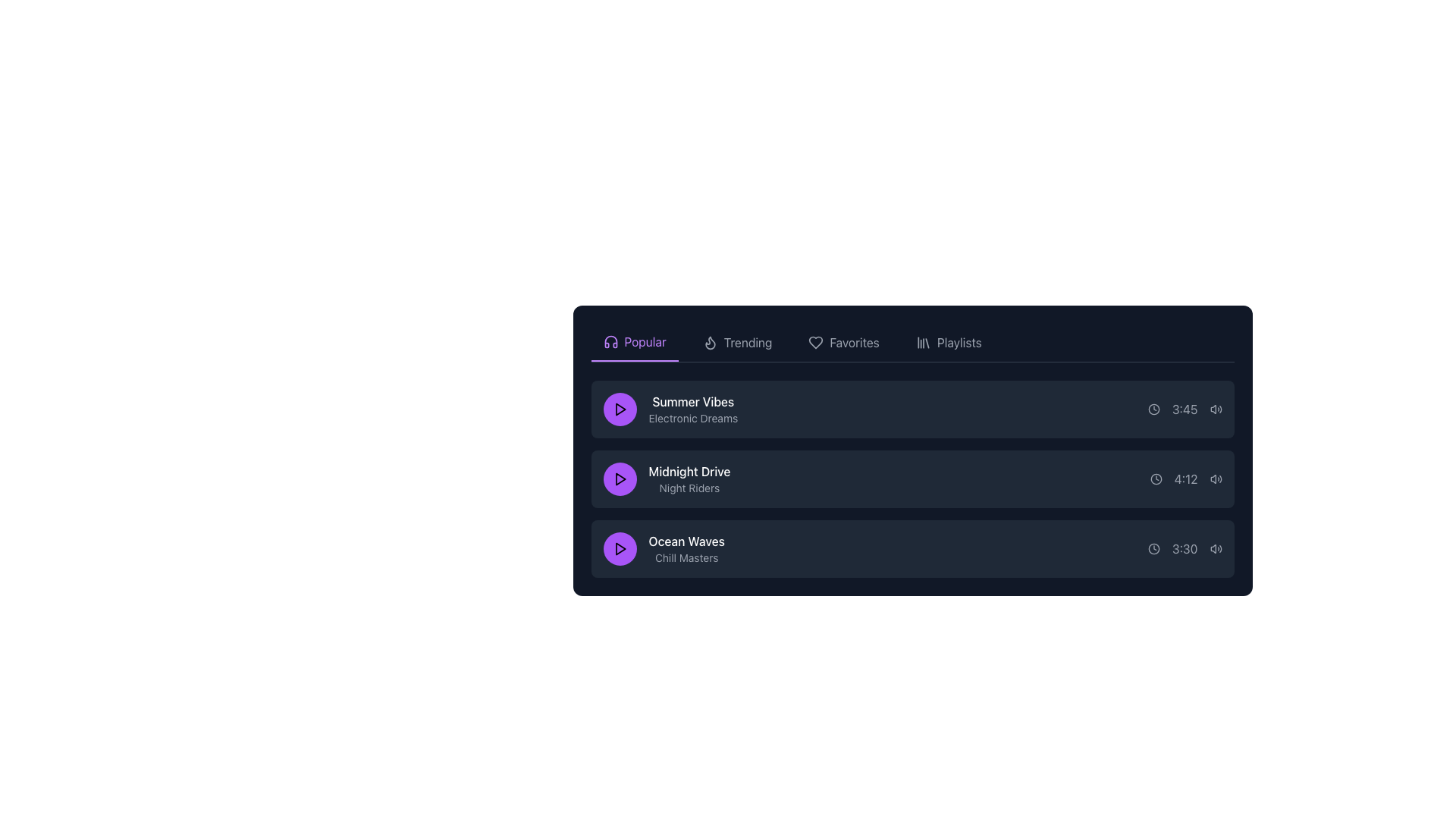 The image size is (1456, 819). Describe the element at coordinates (1153, 409) in the screenshot. I see `the clock icon, which is a minimalistic design located adjacent to the time label '3:45' in the top section of the interface` at that location.